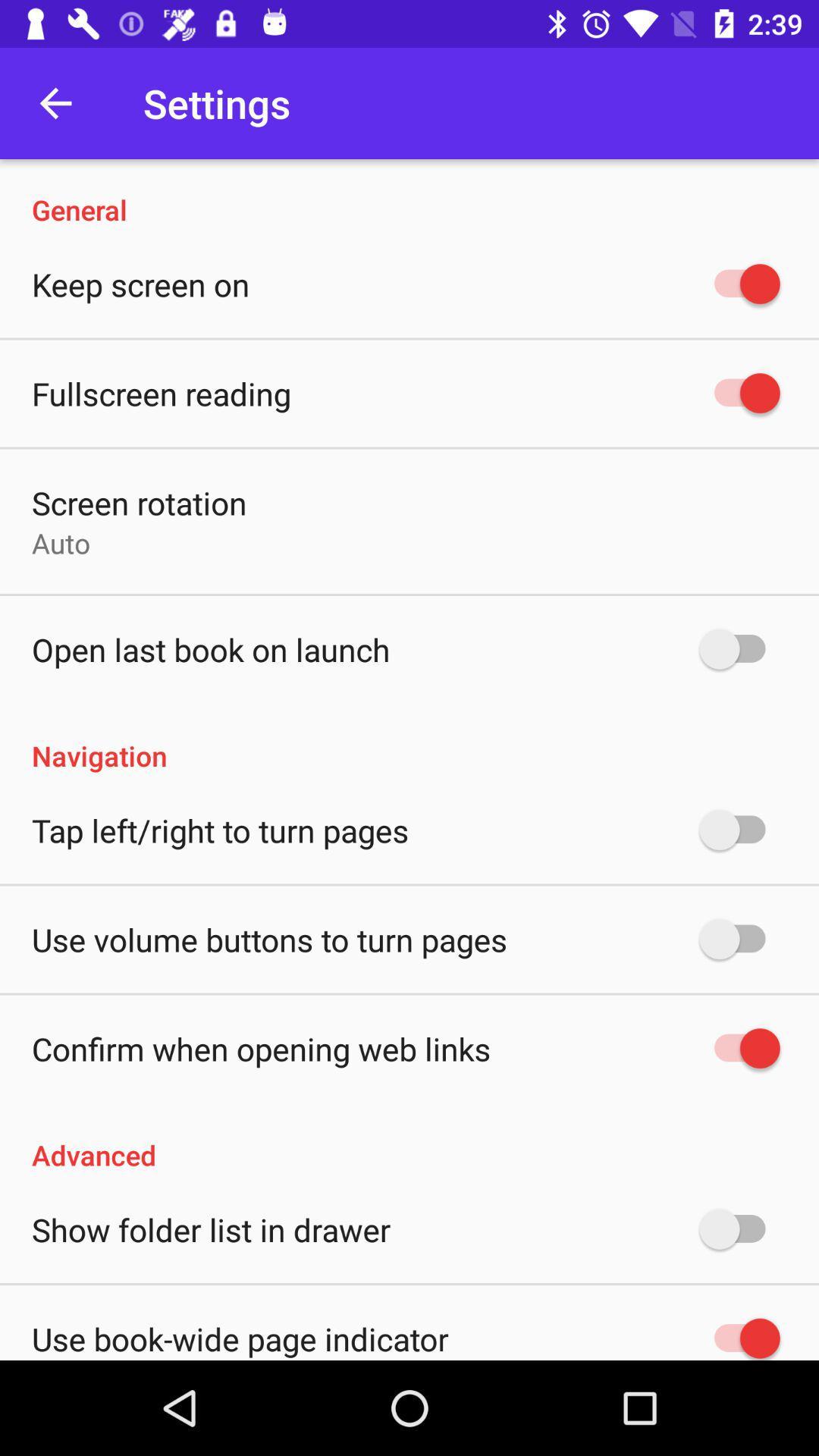  What do you see at coordinates (161, 393) in the screenshot?
I see `the fullscreen reading icon` at bounding box center [161, 393].